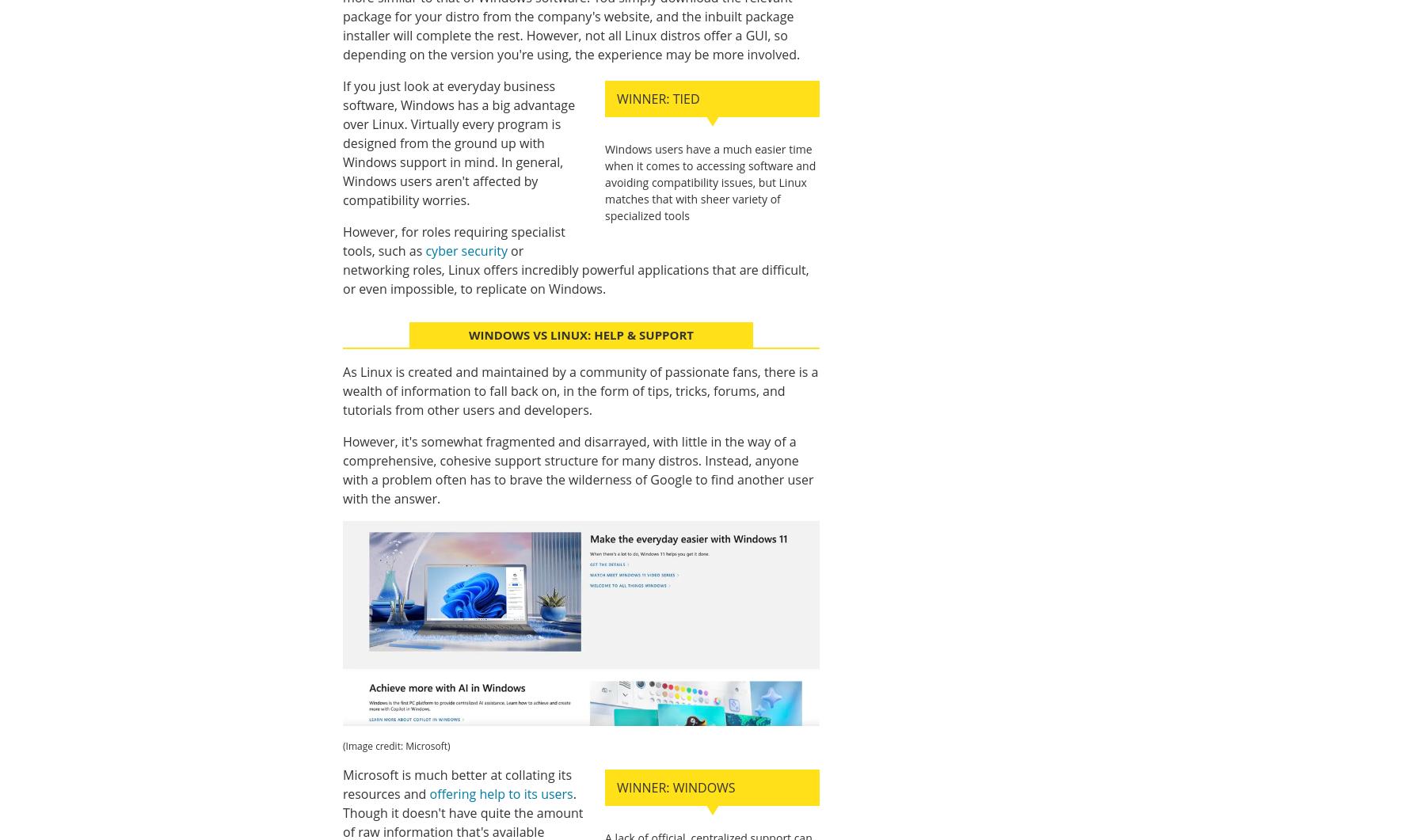  I want to click on 'Winner: Windows', so click(675, 786).